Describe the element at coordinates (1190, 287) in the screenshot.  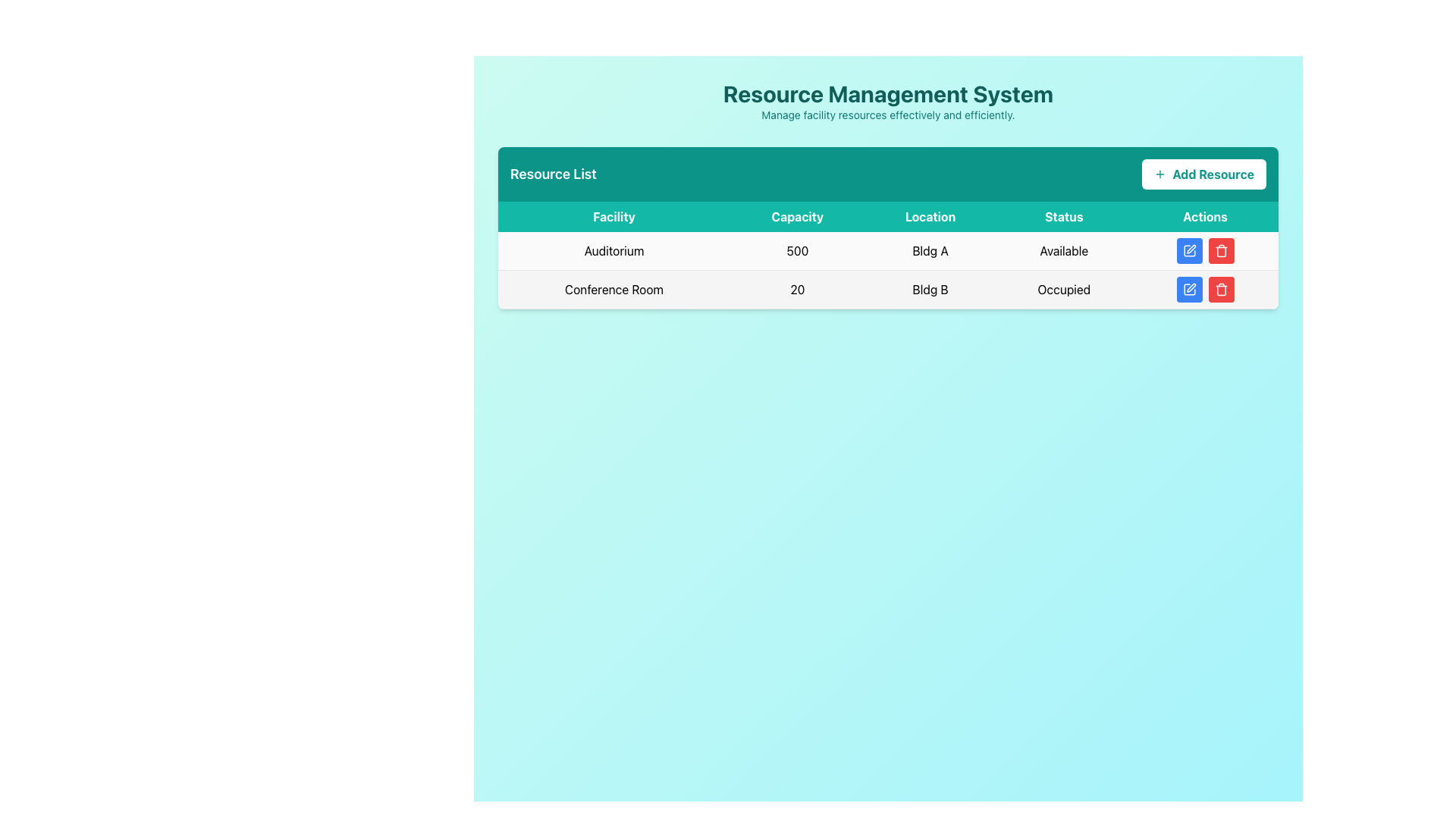
I see `the pen icon button in the Actions column of the Conference Room row` at that location.